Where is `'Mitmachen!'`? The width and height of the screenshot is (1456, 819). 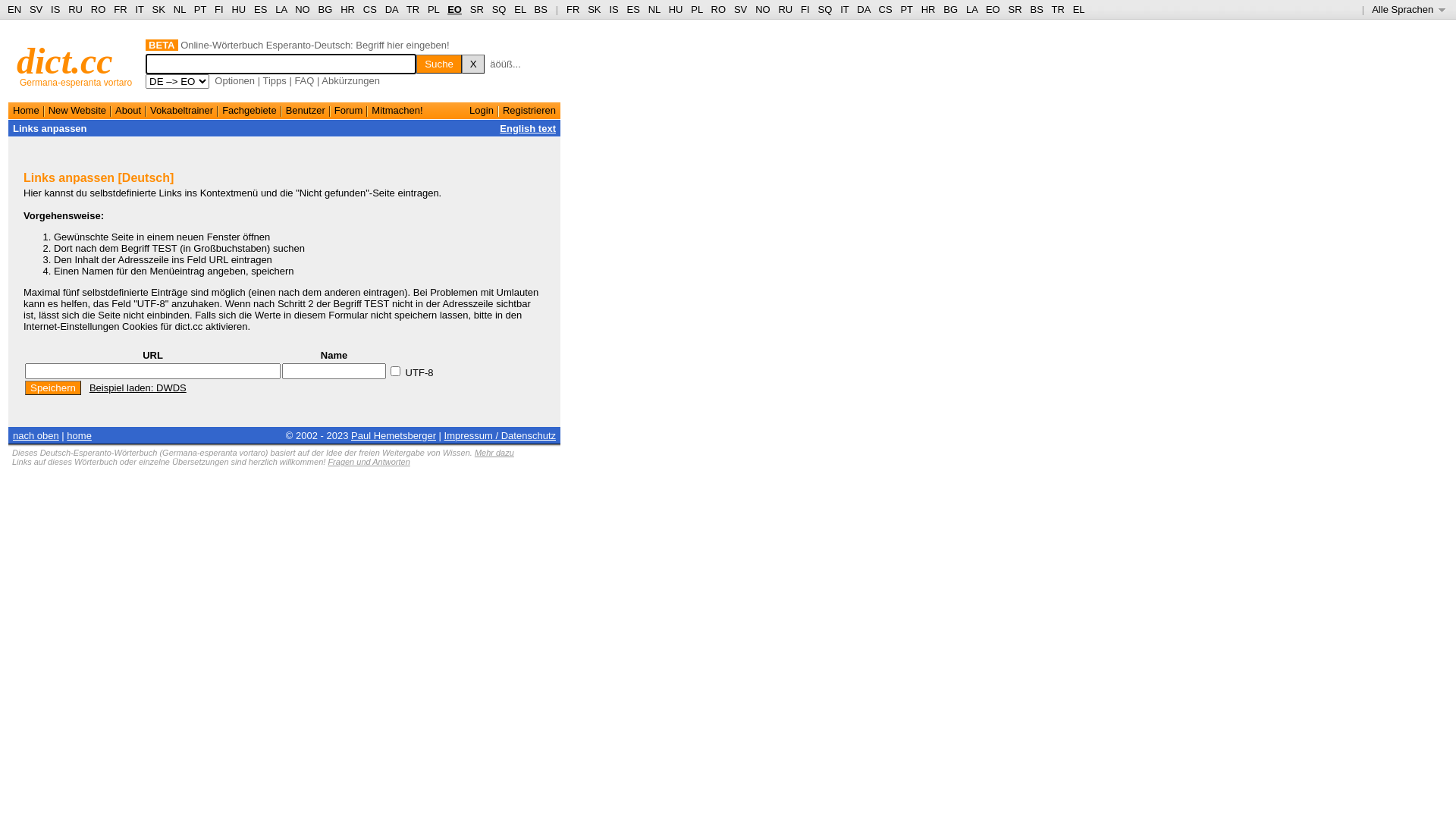 'Mitmachen!' is located at coordinates (397, 109).